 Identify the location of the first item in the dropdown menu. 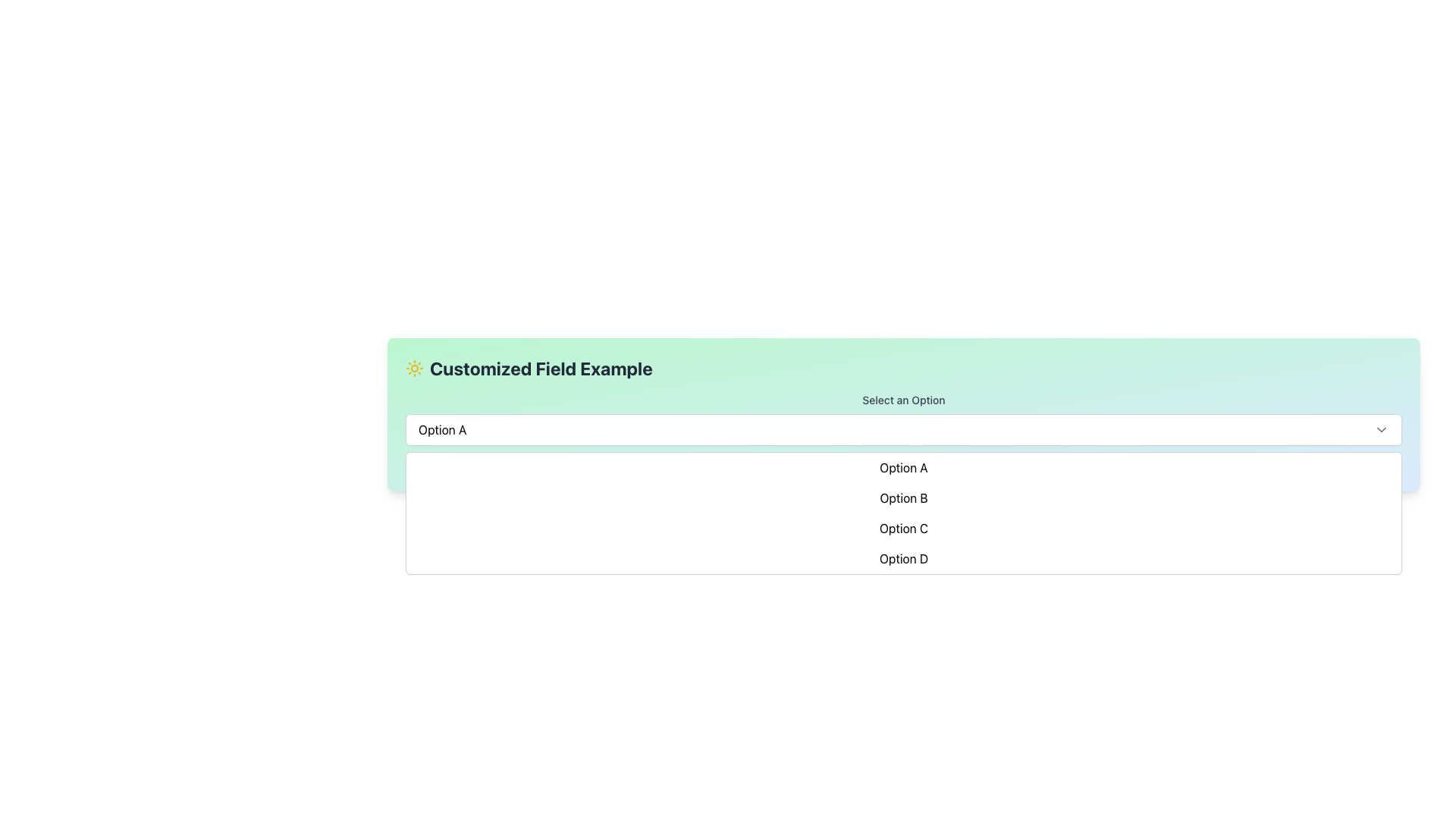
(950, 464).